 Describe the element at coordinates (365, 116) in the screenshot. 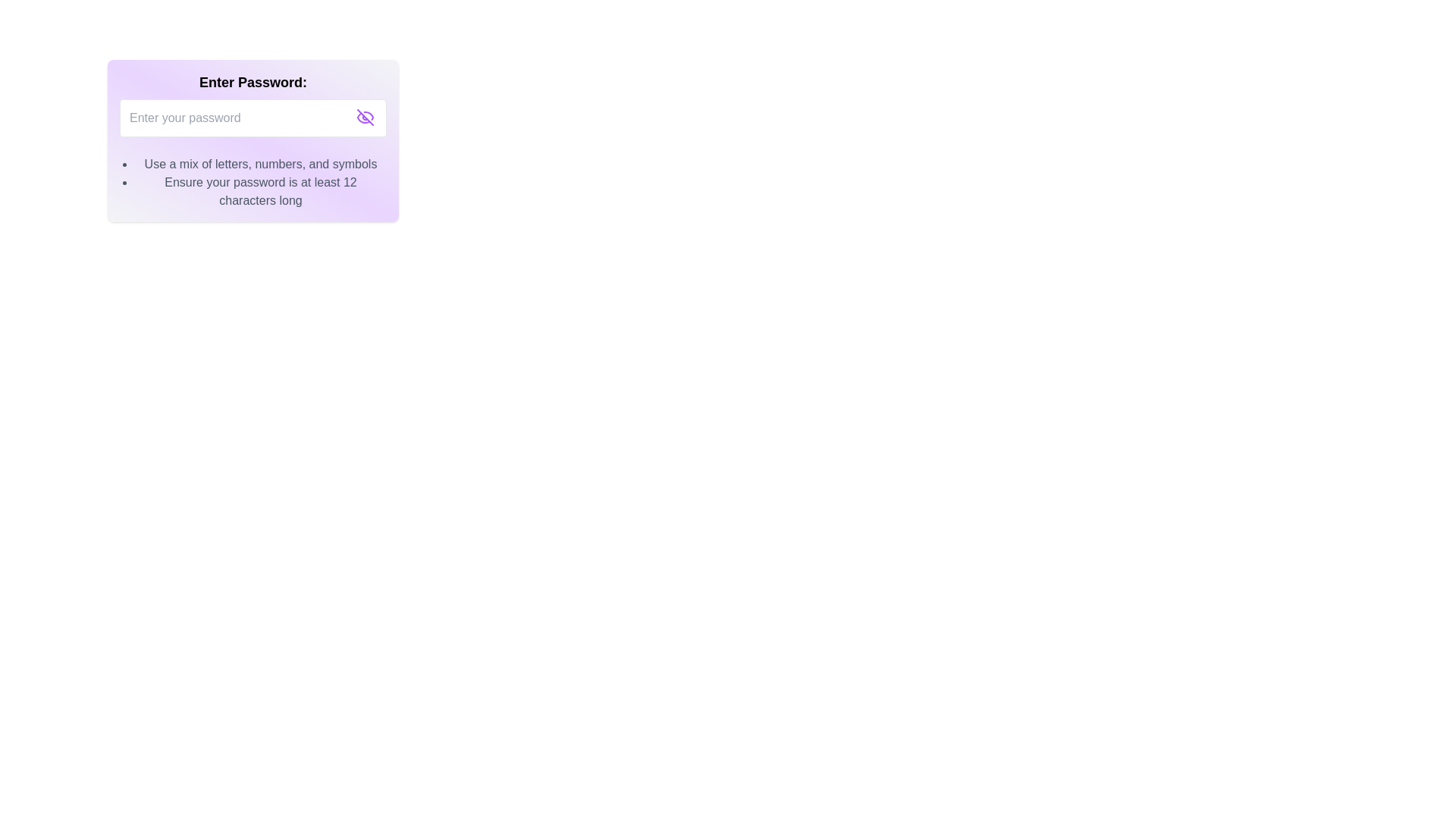

I see `the visibility toggle icon for the password field, which is positioned in the top-right corner of the input field with the placeholder 'Enter your password'` at that location.